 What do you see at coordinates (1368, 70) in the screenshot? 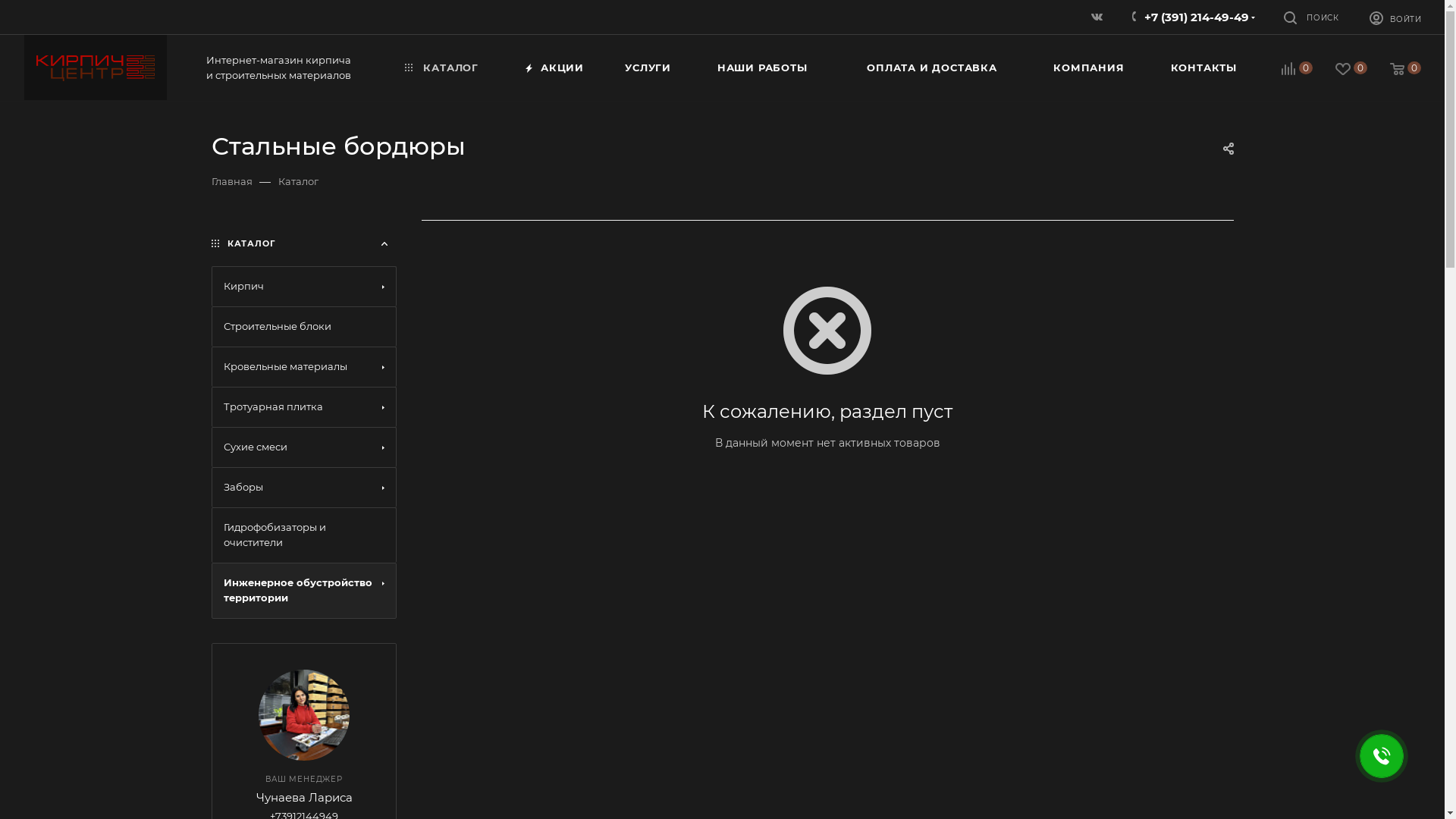
I see `'0'` at bounding box center [1368, 70].